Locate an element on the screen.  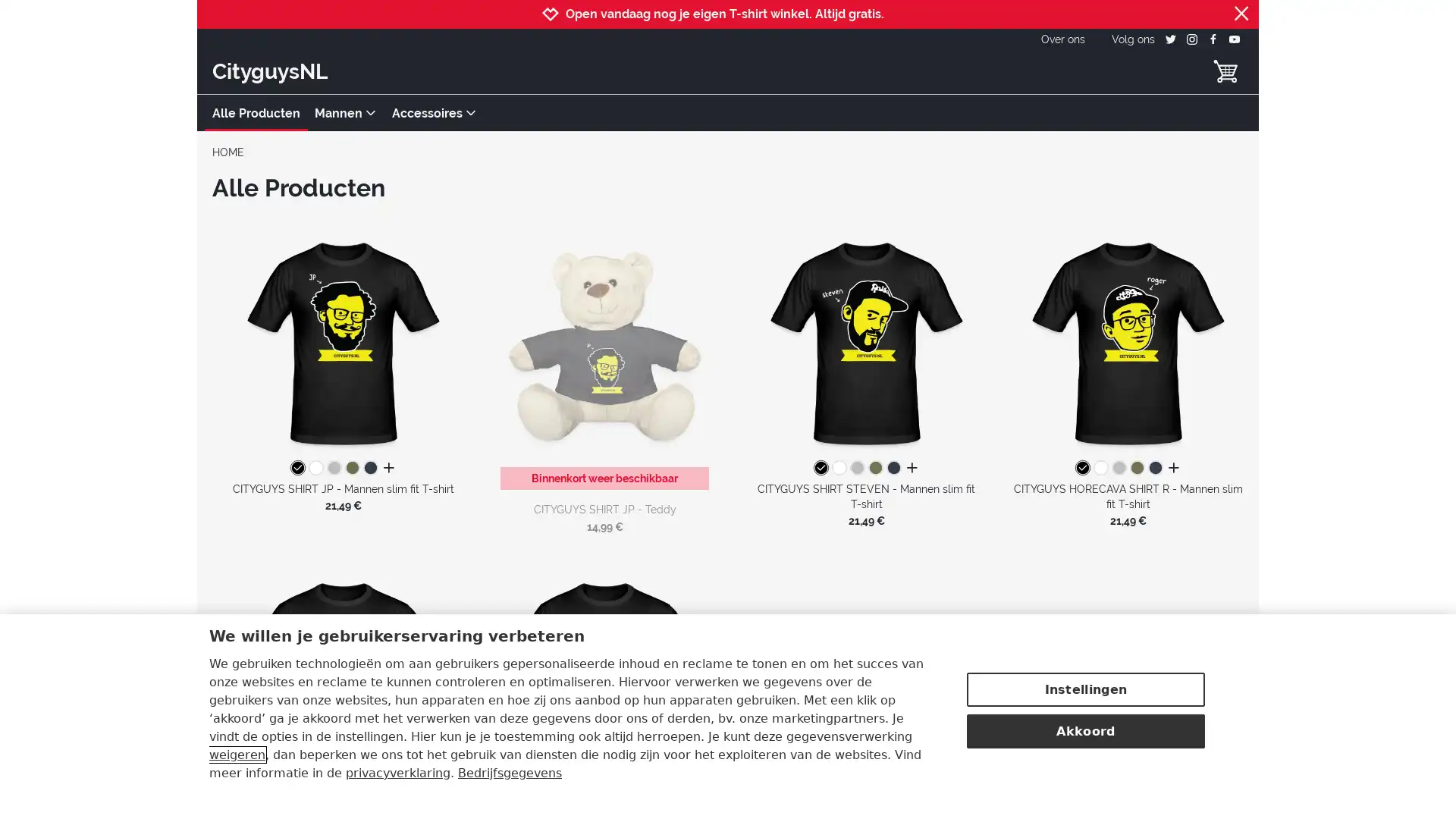
CITYGUYS SHIRT JP - Mannen slim fit T-shirt is located at coordinates (342, 340).